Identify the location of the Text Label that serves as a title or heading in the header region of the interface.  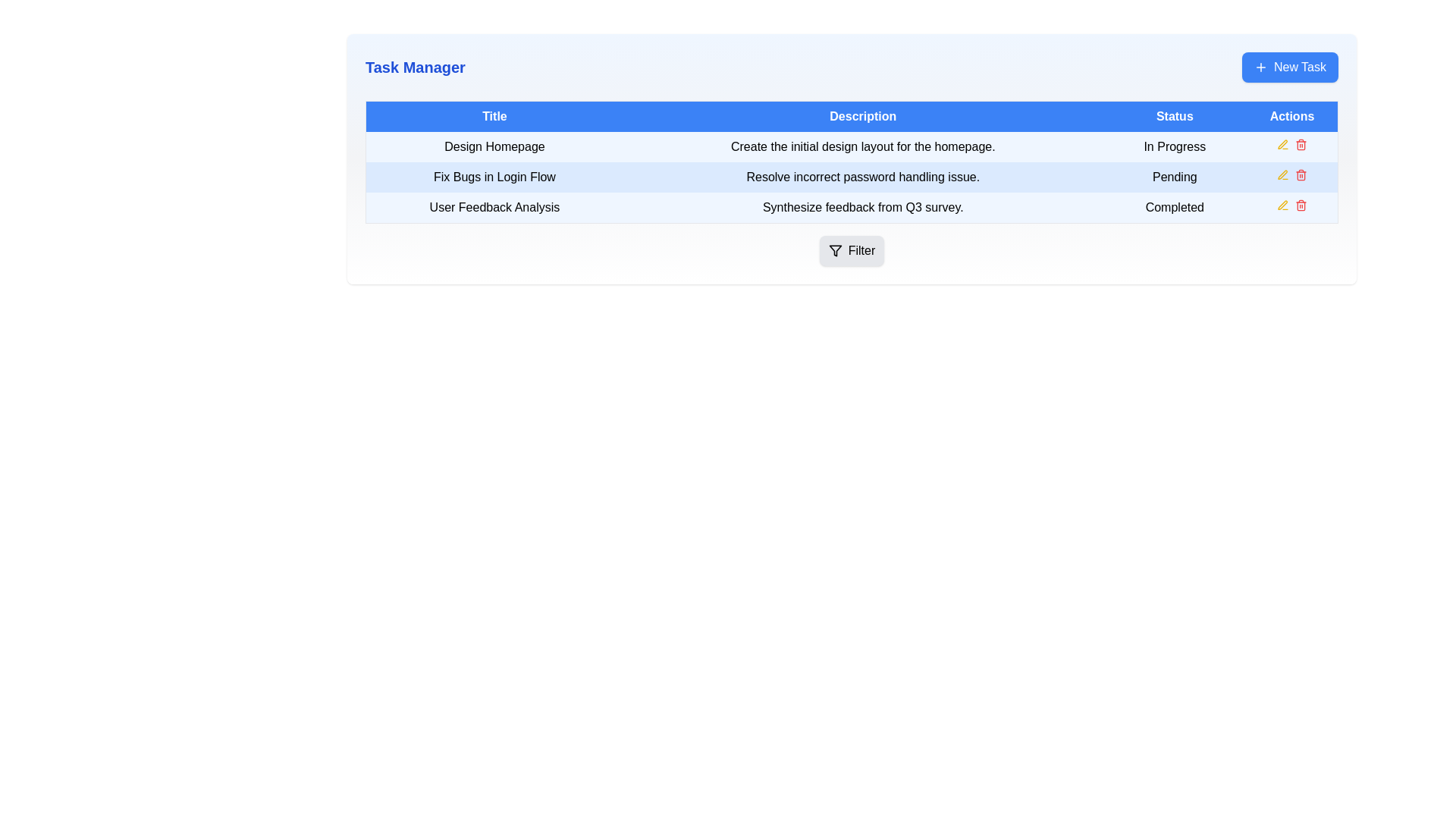
(415, 66).